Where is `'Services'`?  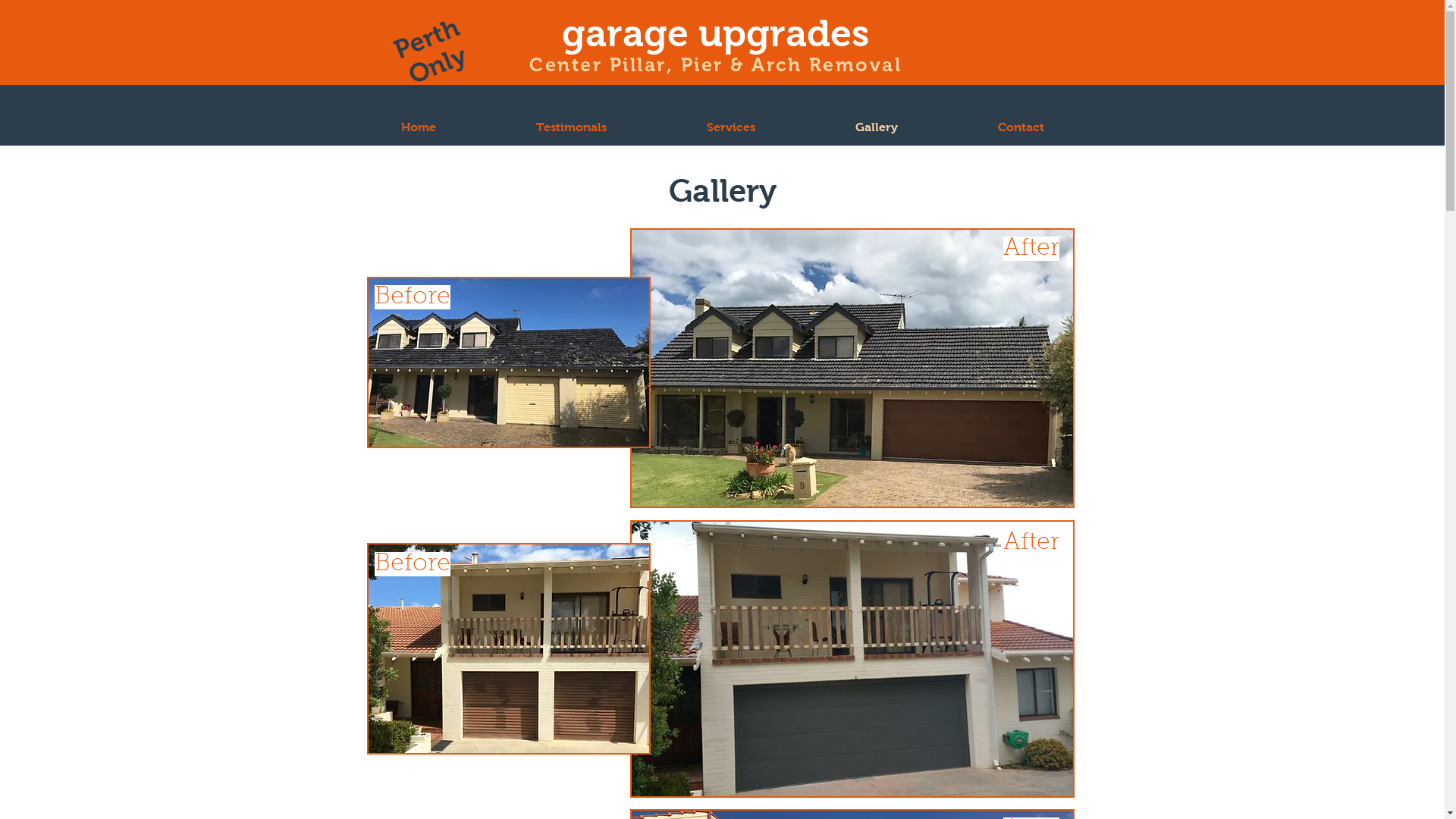 'Services' is located at coordinates (731, 126).